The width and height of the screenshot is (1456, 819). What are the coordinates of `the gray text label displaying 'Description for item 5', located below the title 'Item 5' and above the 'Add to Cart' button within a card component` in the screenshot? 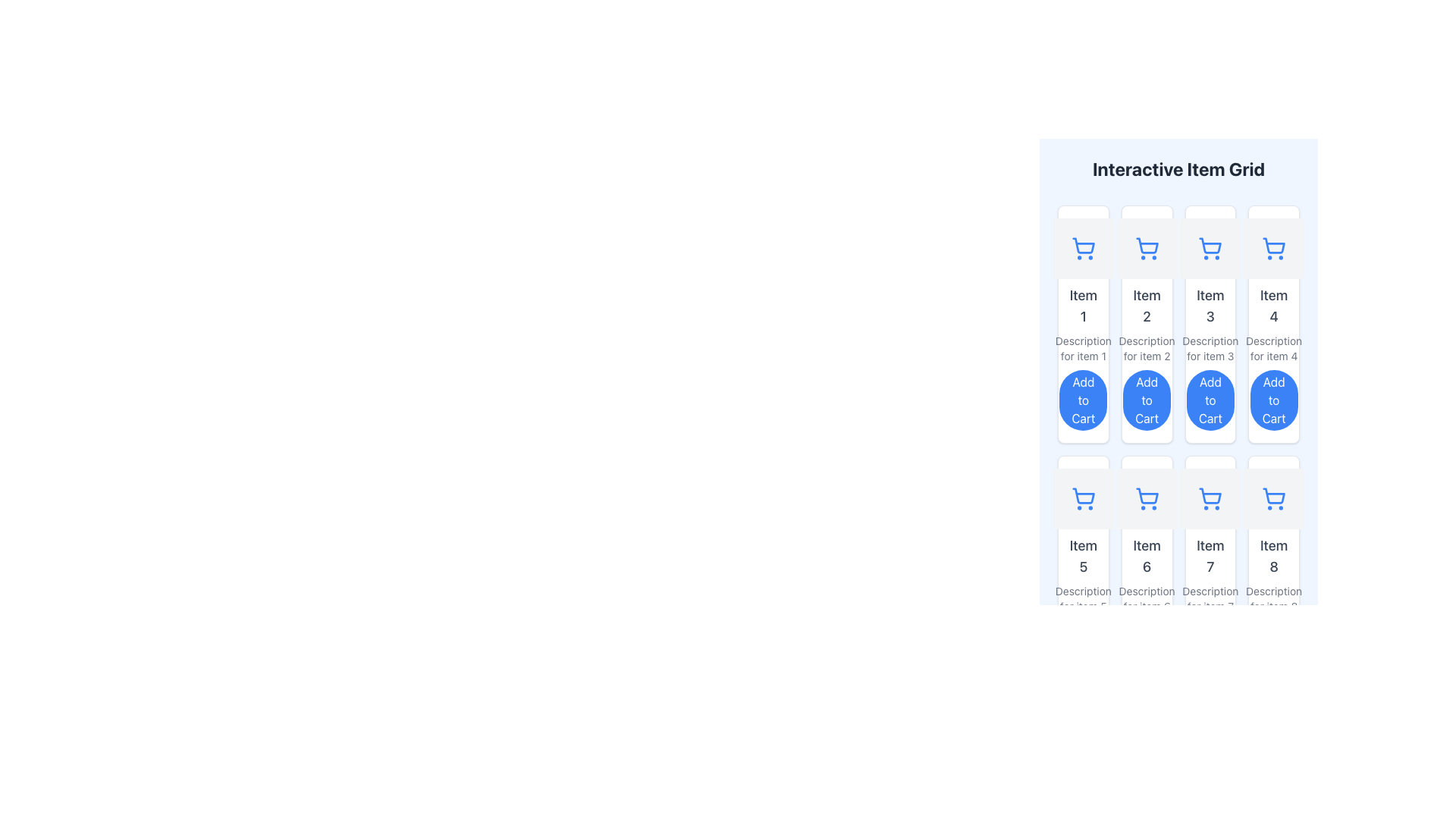 It's located at (1082, 598).